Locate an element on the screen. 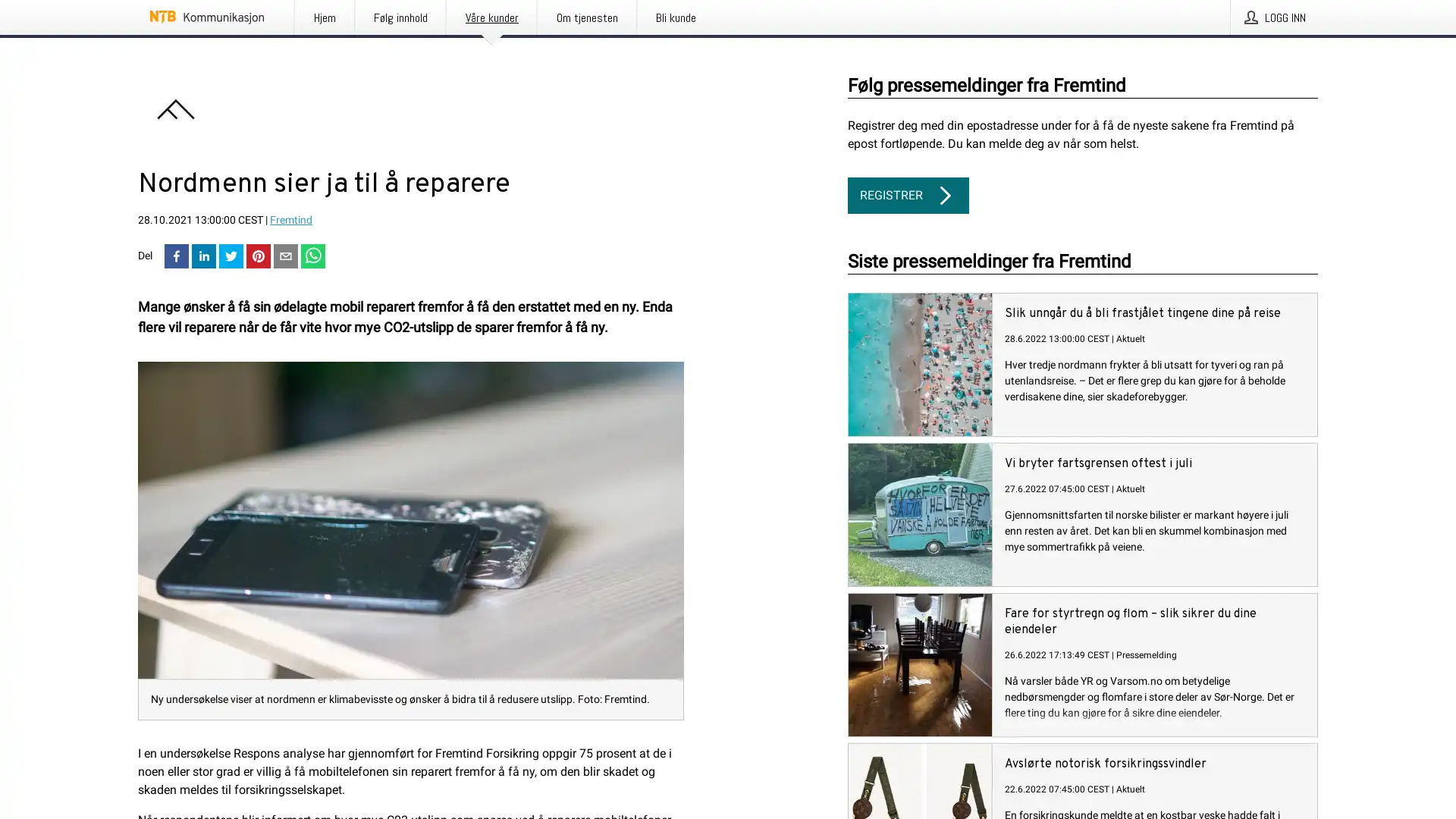 This screenshot has width=1456, height=819. linkedin is located at coordinates (202, 256).